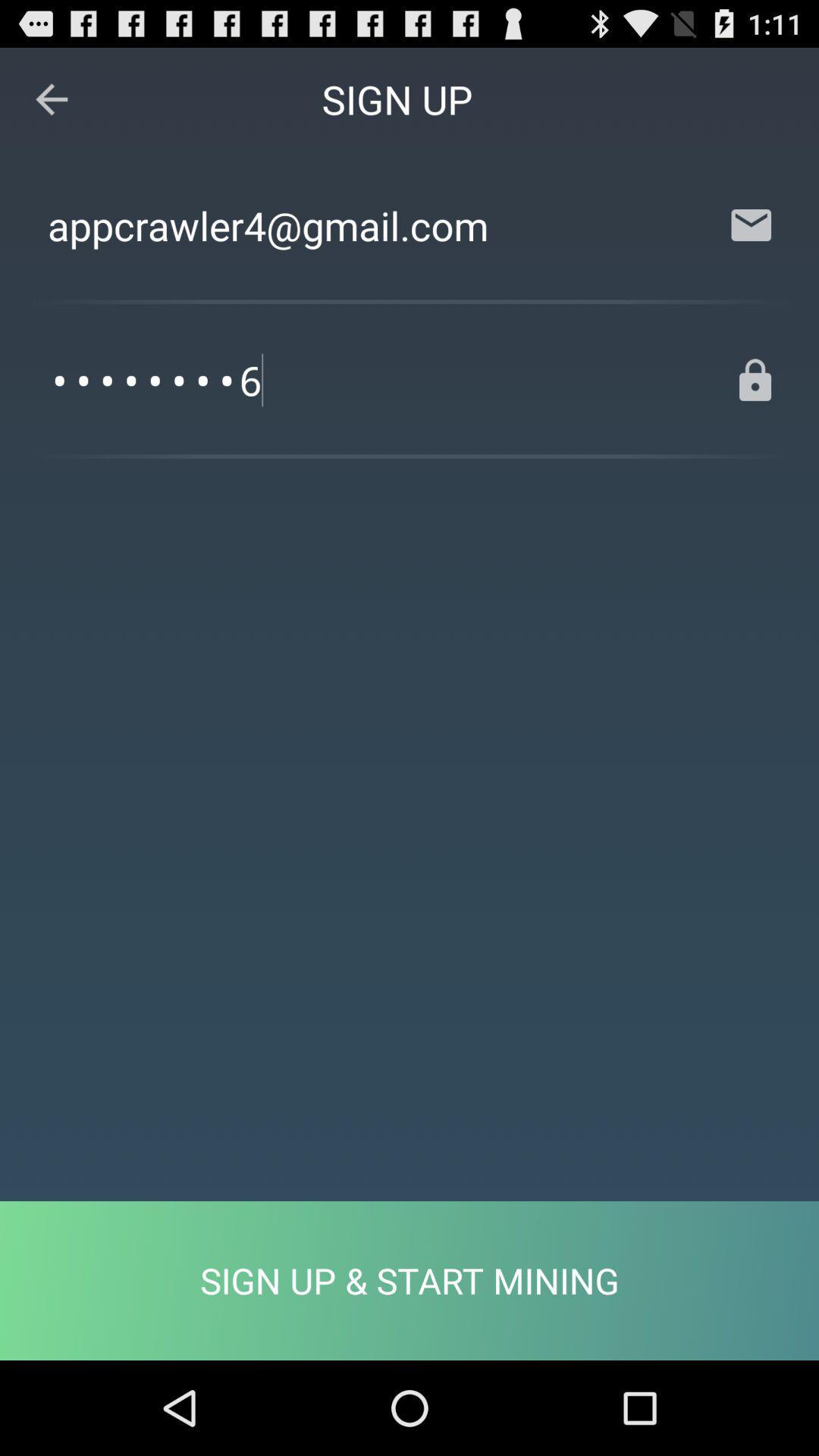 This screenshot has height=1456, width=819. I want to click on the arrow_backward icon, so click(51, 105).